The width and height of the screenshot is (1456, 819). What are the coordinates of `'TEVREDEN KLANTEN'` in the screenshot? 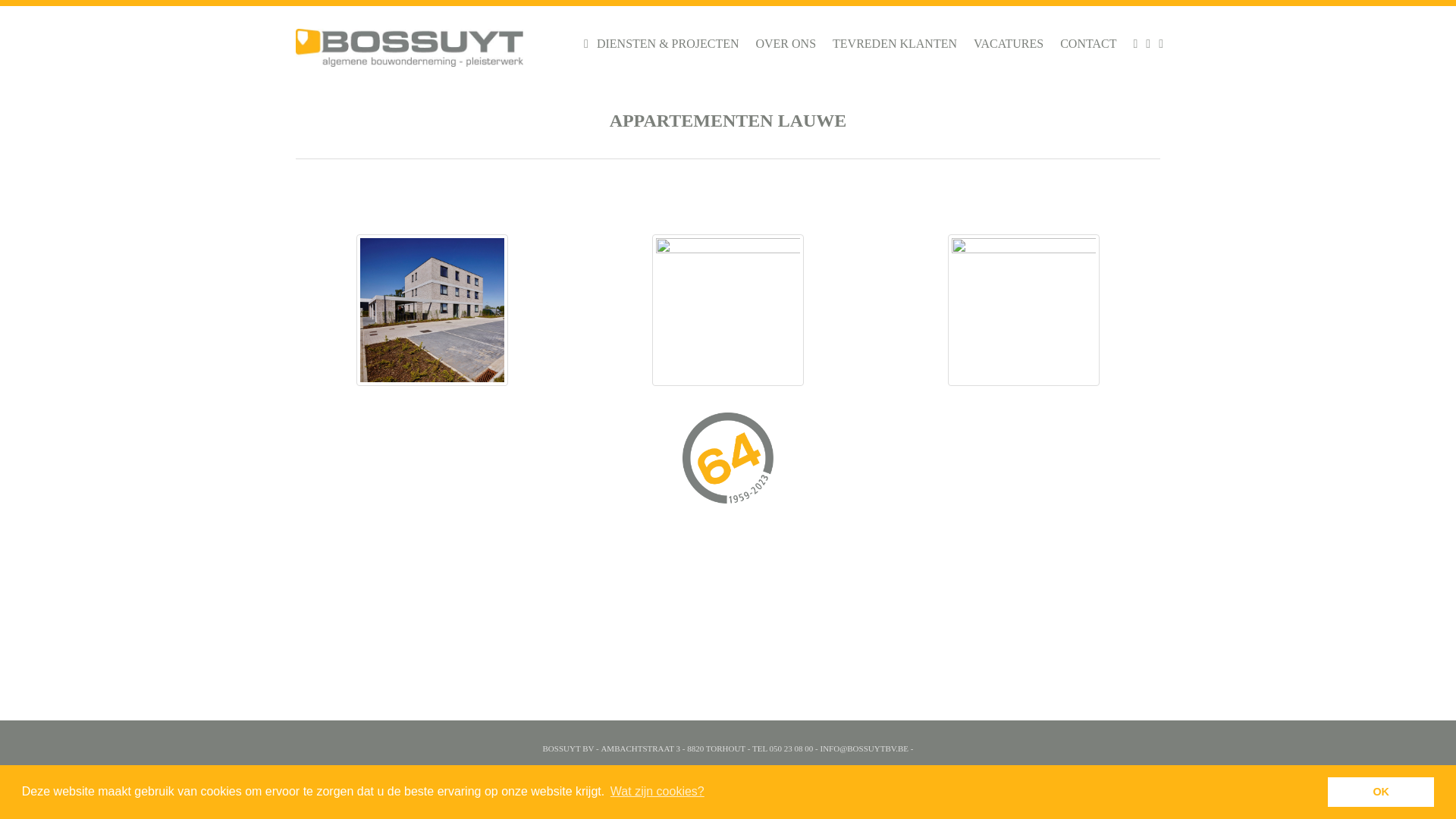 It's located at (895, 42).